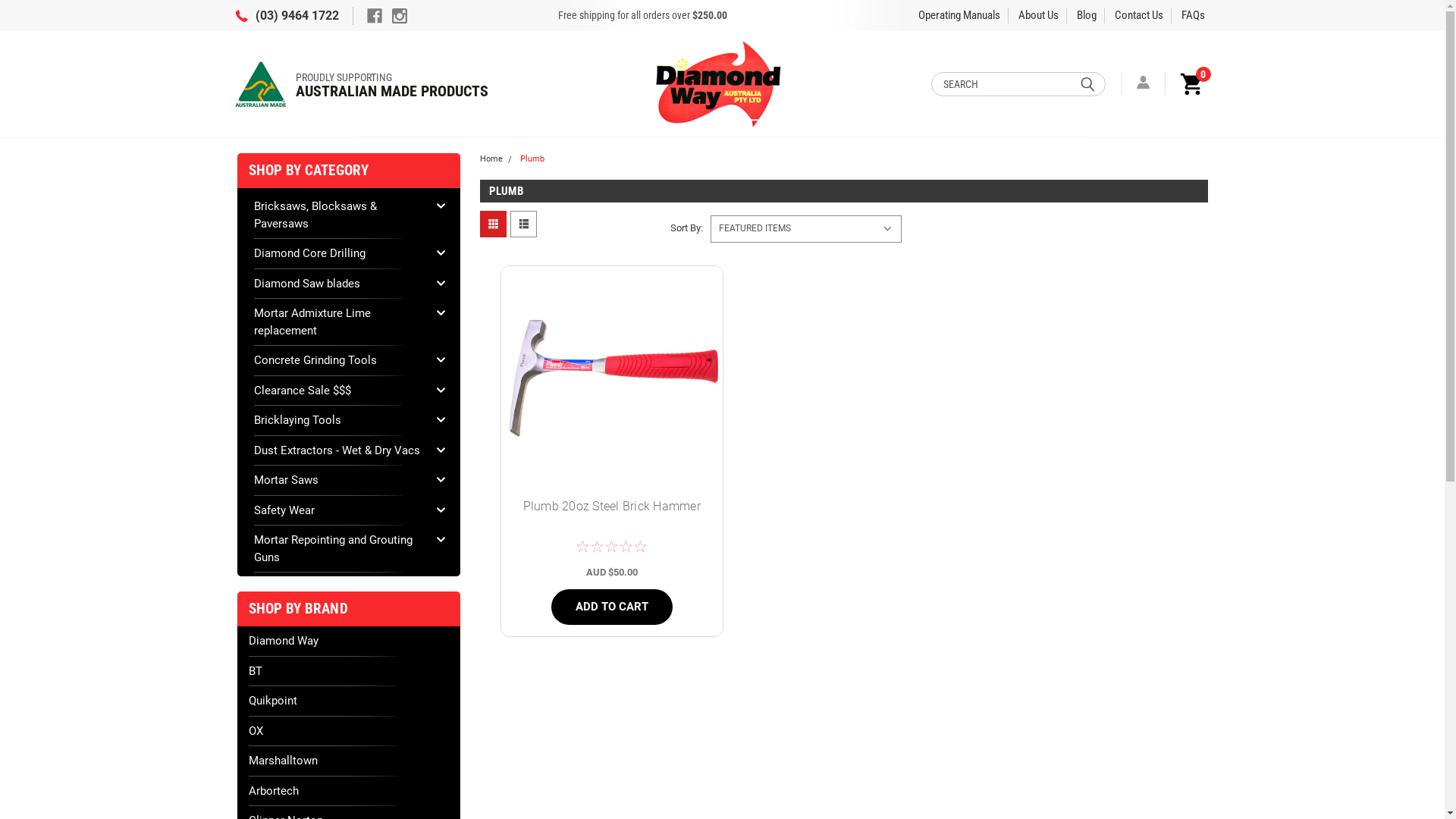 The width and height of the screenshot is (1456, 819). I want to click on 'Plumb 20oz Brick Hammer (Steel Handle)', so click(611, 375).